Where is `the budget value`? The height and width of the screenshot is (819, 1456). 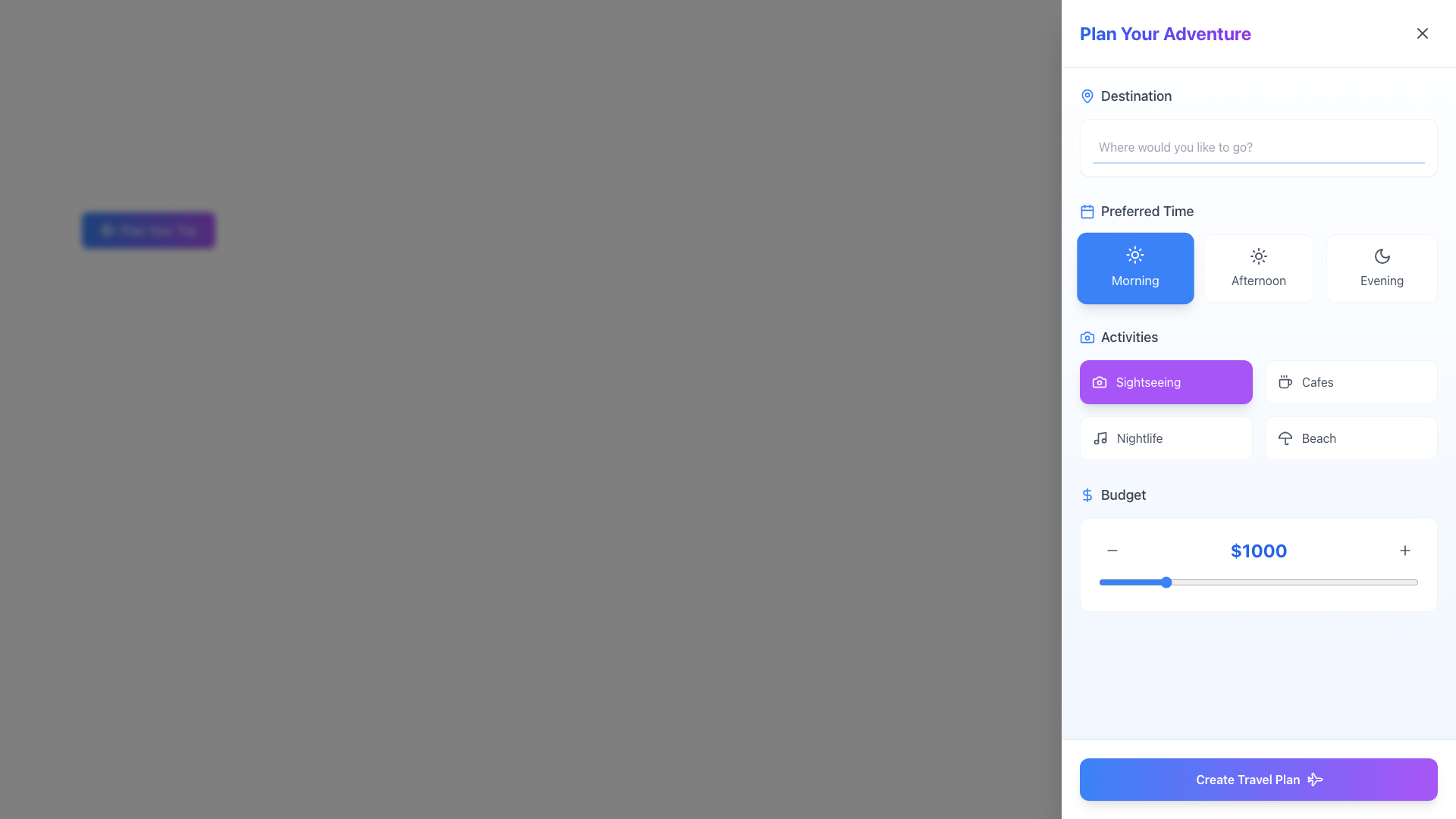
the budget value is located at coordinates (1410, 581).